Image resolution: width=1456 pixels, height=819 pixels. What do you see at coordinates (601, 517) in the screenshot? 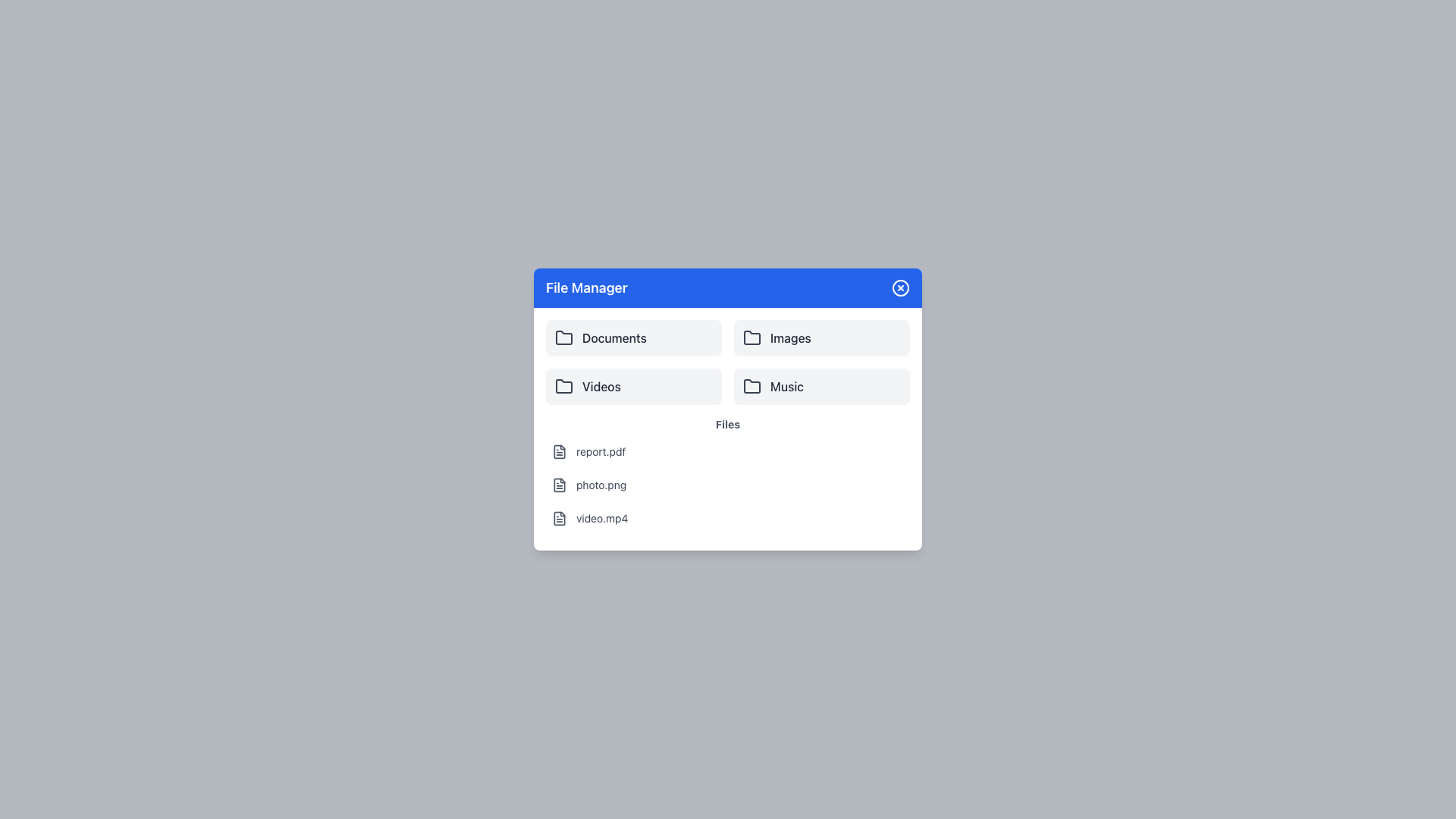
I see `the text label representing the file name 'video.mp4' in the file manager interface, which is the last item in a vertical list of file names` at bounding box center [601, 517].